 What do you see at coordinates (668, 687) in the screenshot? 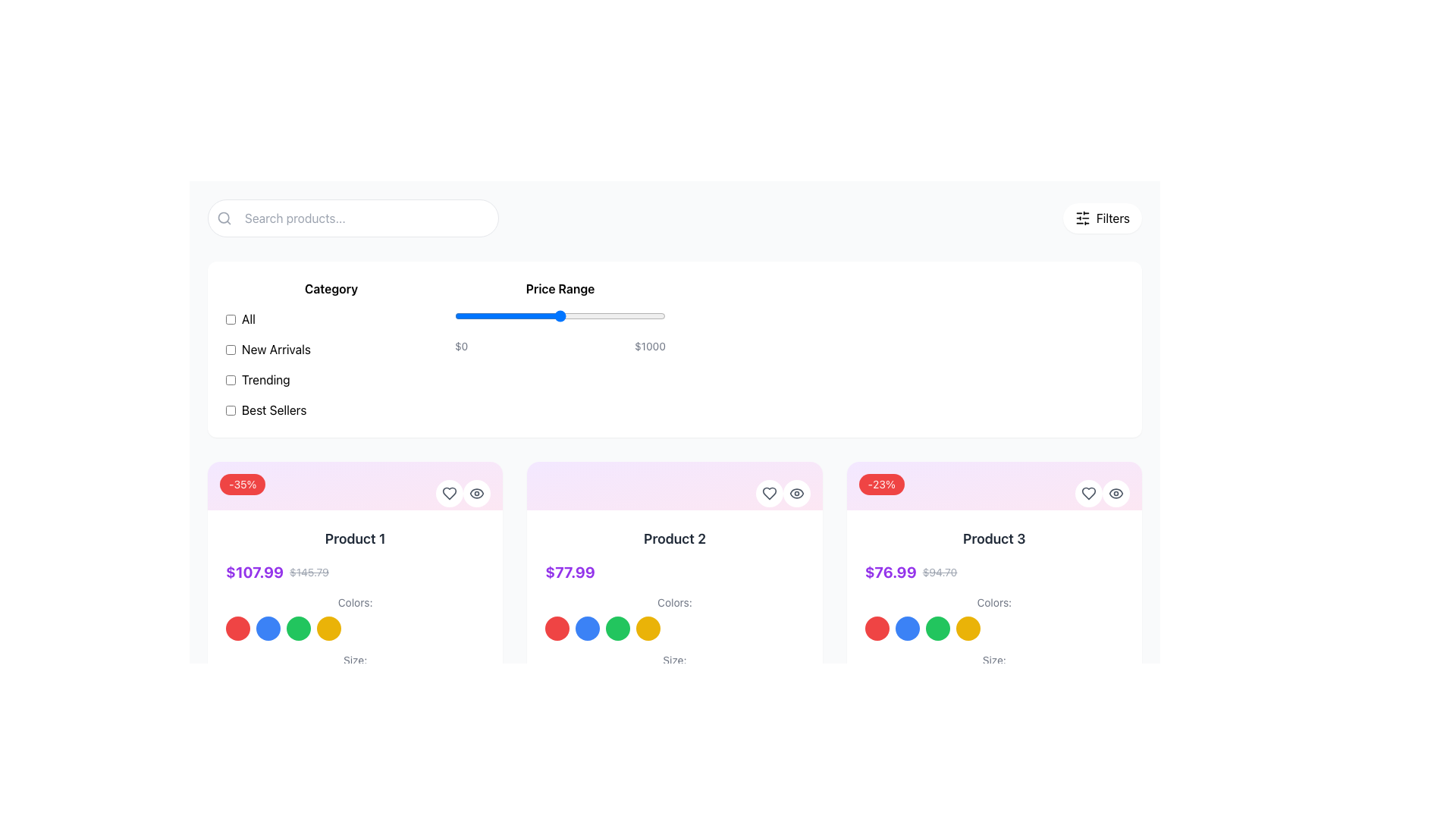
I see `the rounded rectangular button labeled 'L'` at bounding box center [668, 687].